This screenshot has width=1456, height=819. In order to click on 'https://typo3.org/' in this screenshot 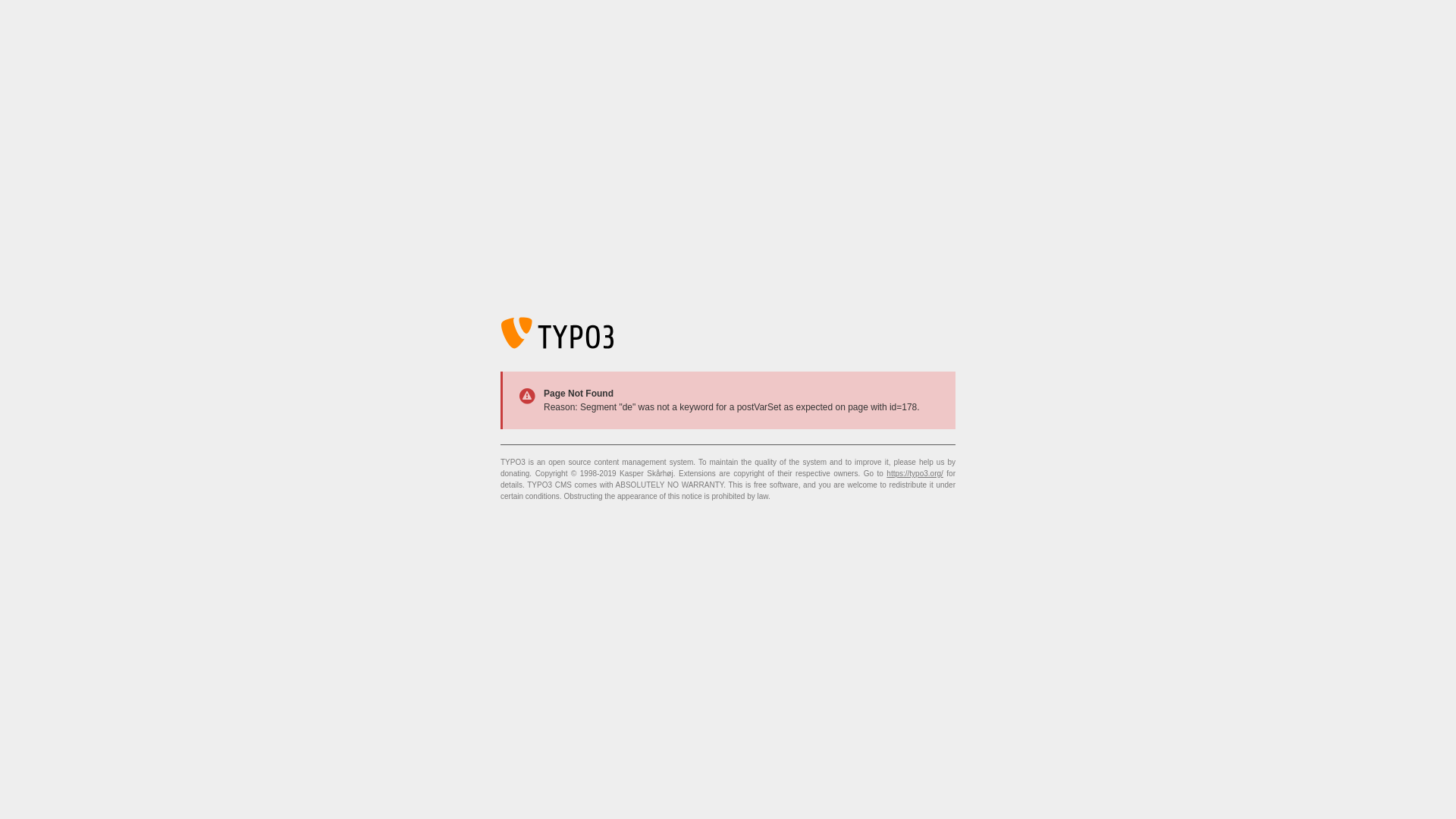, I will do `click(914, 472)`.